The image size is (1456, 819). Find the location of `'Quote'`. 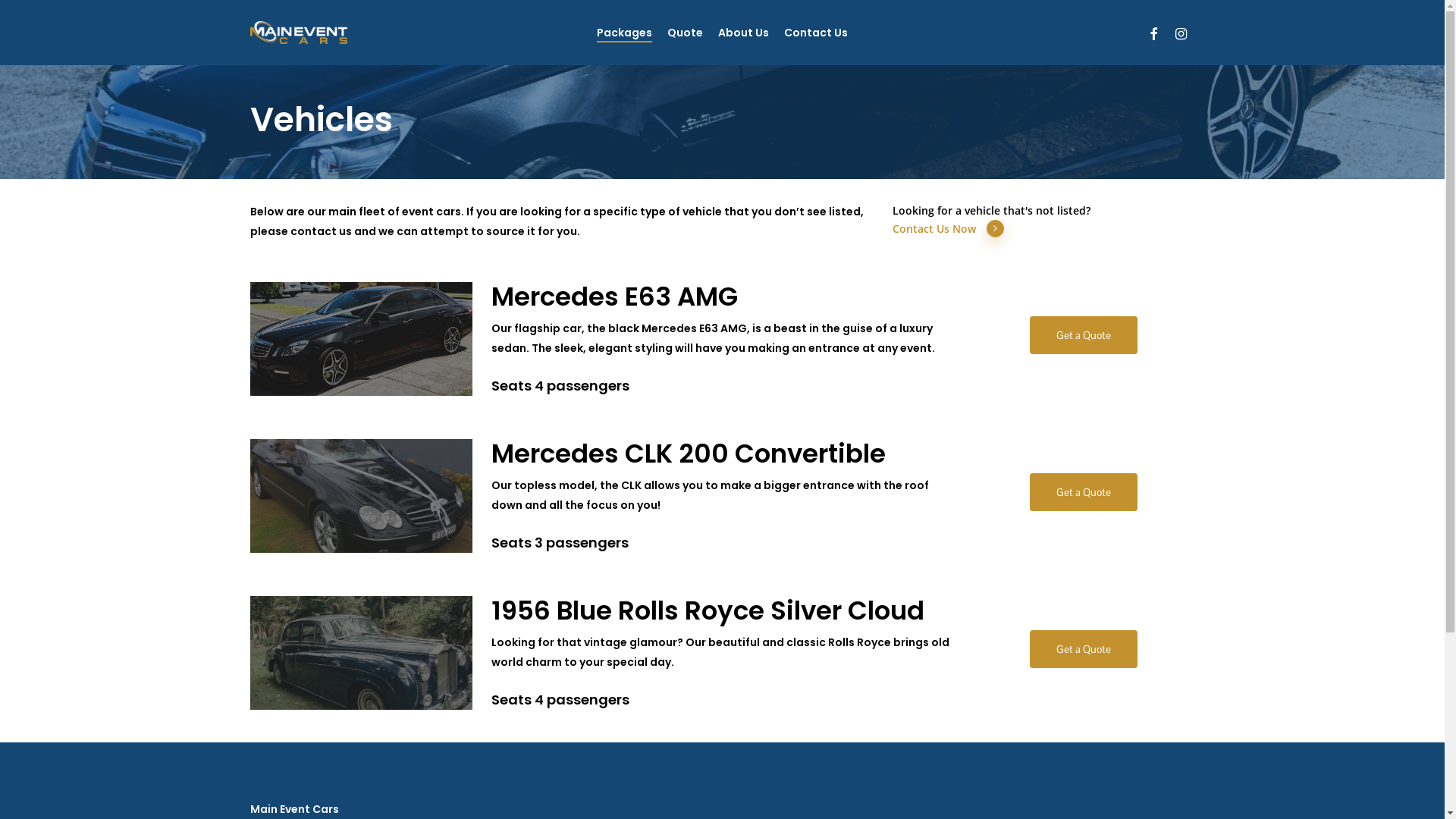

'Quote' is located at coordinates (684, 32).